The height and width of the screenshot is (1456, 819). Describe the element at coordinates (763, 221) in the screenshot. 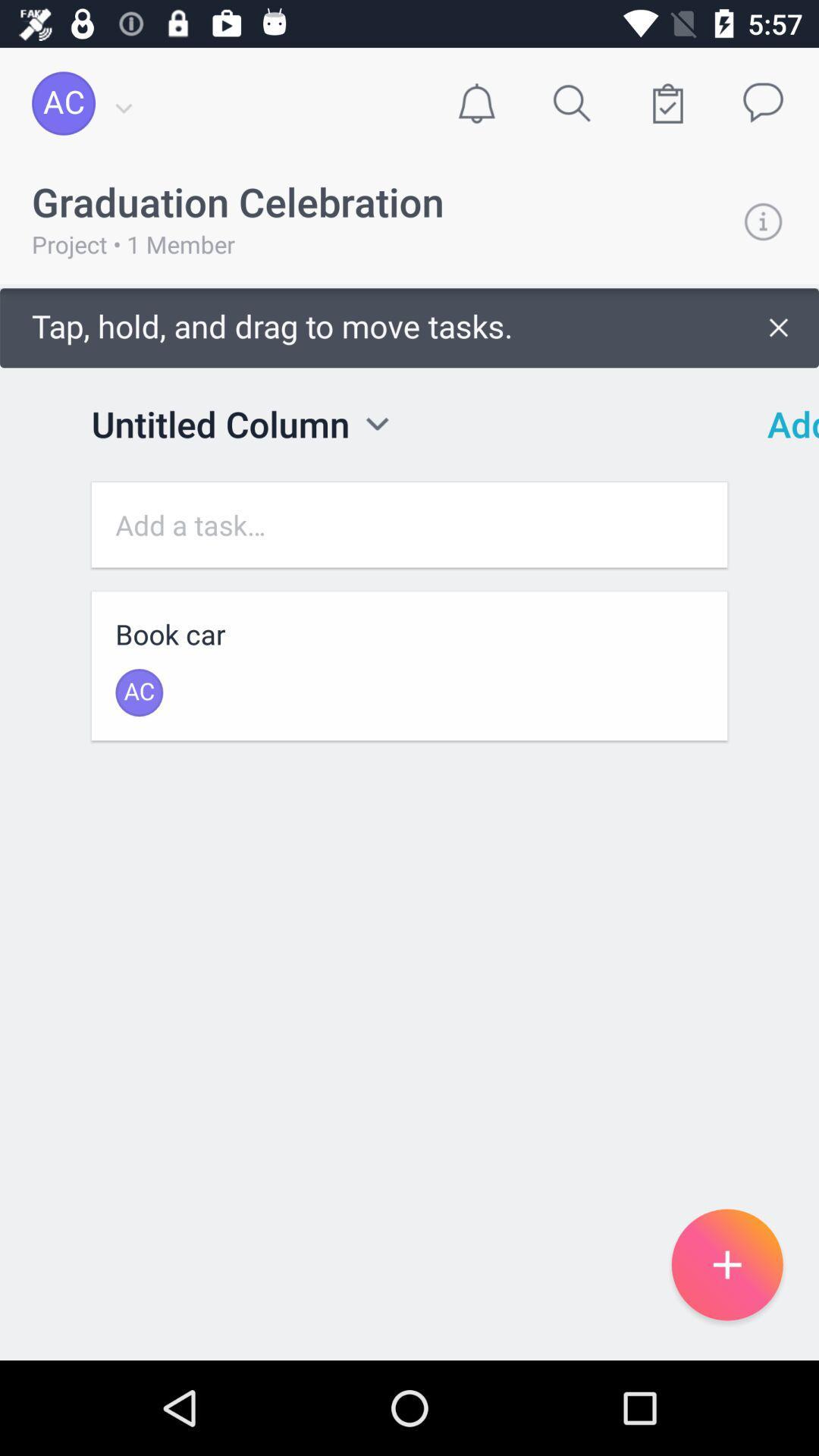

I see `the item to the right of graduation celebration item` at that location.